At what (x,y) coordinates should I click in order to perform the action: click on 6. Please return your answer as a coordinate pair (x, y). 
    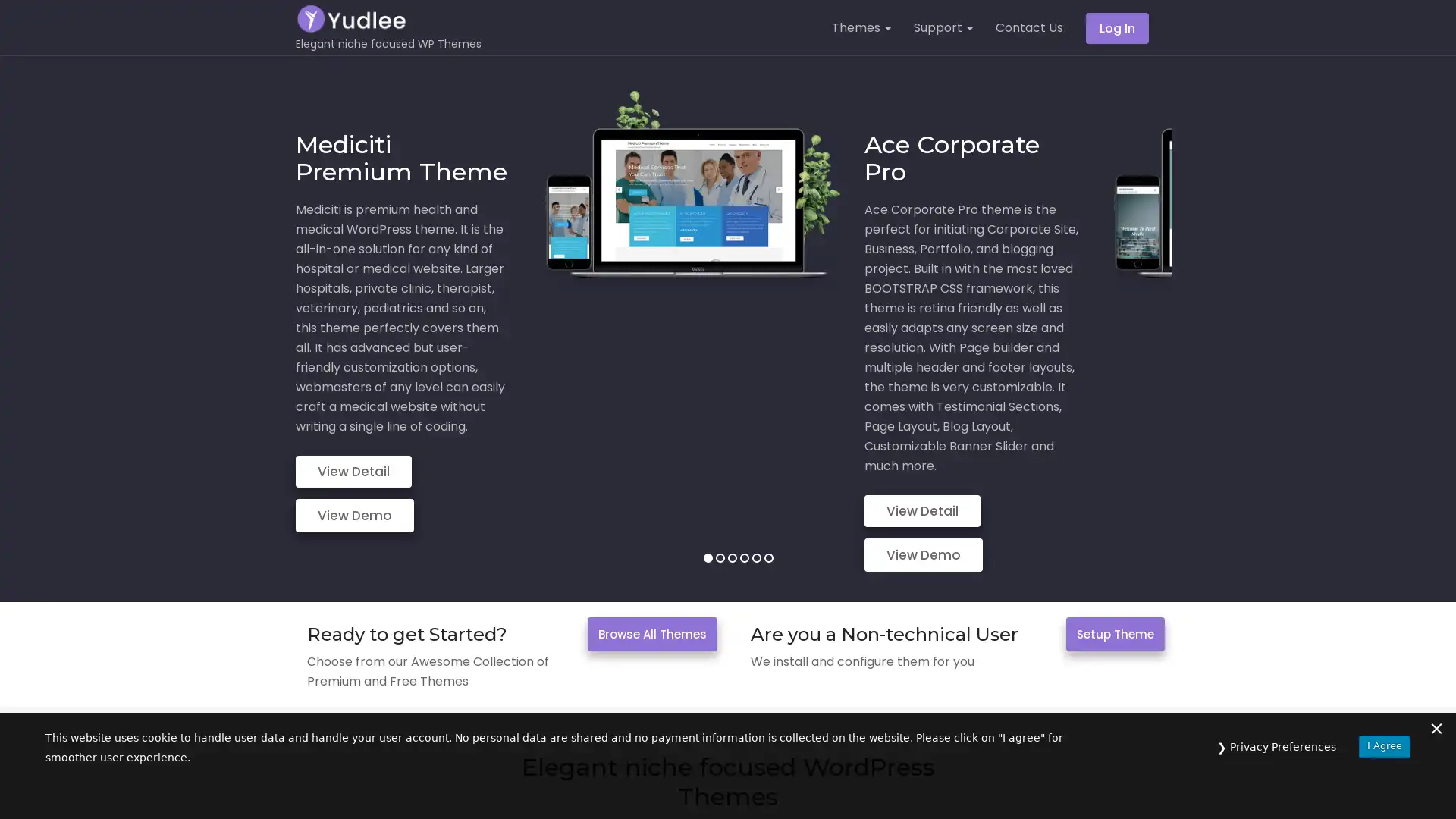
    Looking at the image, I should click on (767, 451).